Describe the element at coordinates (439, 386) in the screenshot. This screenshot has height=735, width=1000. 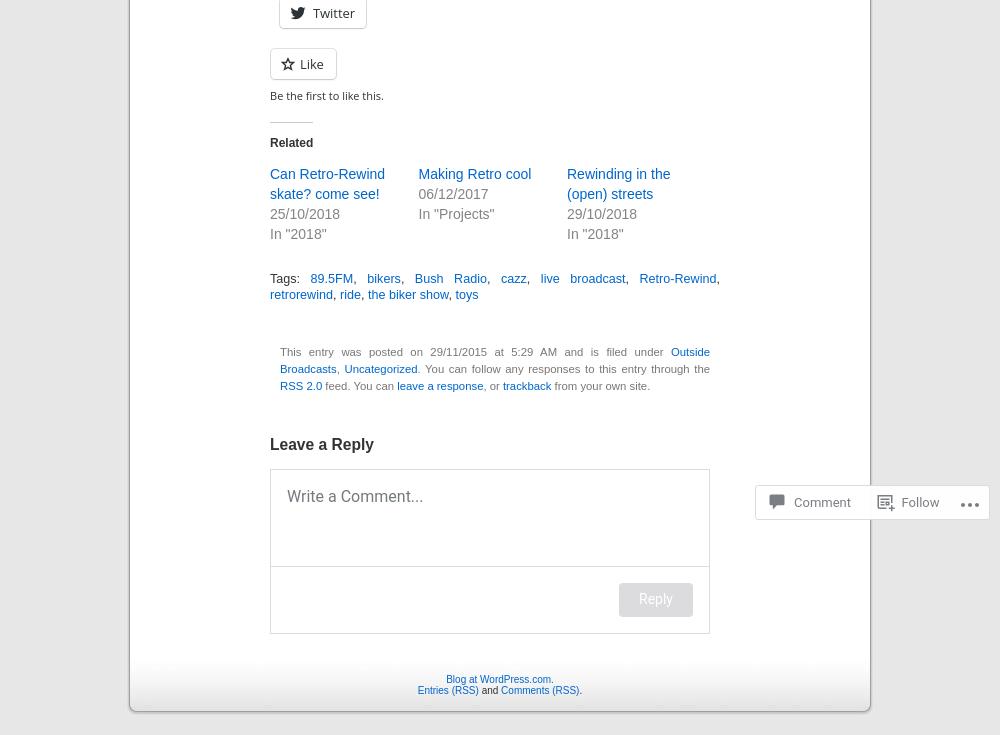
I see `'leave a response'` at that location.